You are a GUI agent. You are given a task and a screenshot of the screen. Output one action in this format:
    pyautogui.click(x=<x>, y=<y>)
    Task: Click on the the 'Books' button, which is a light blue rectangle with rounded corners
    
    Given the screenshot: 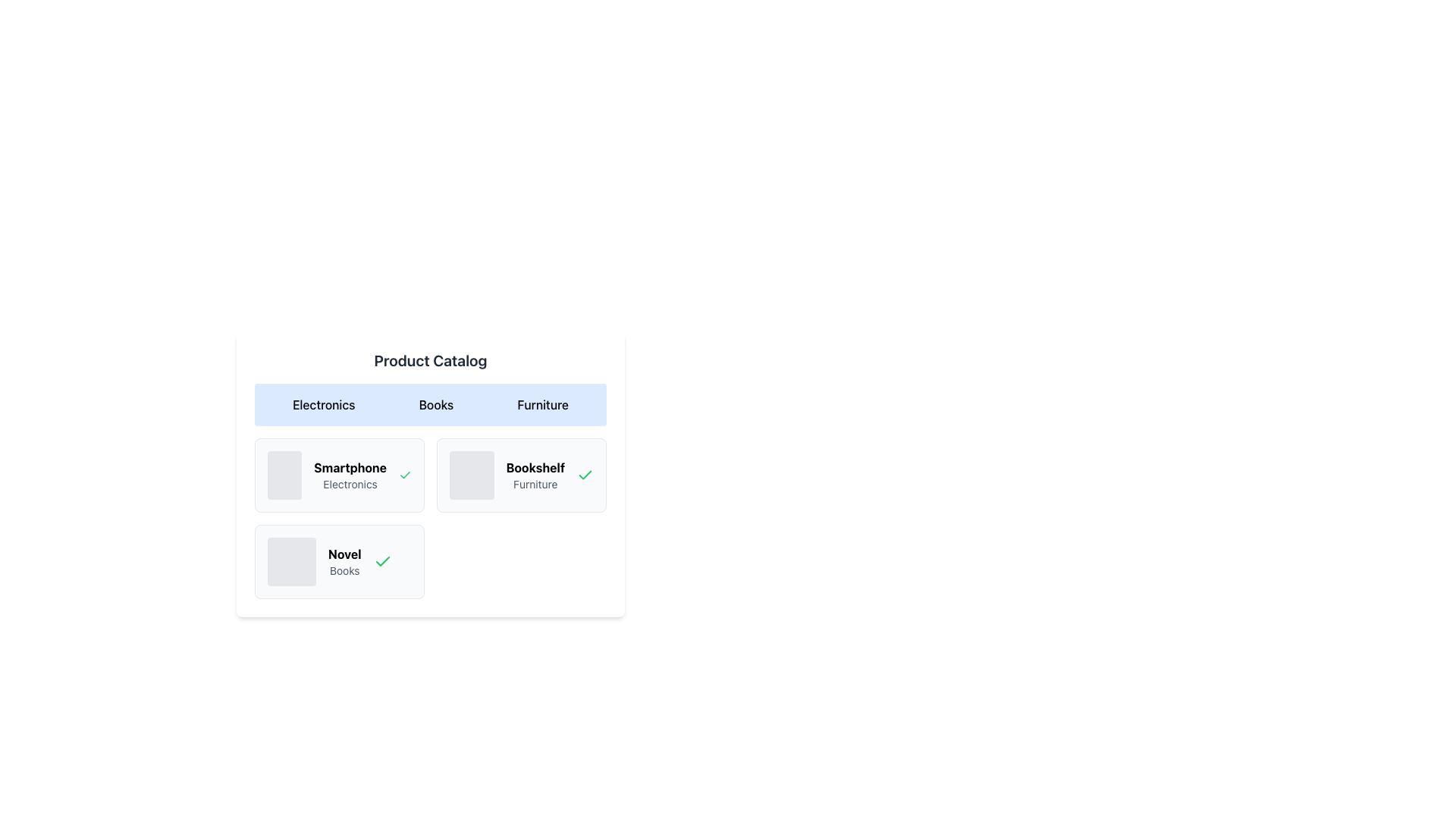 What is the action you would take?
    pyautogui.click(x=435, y=403)
    